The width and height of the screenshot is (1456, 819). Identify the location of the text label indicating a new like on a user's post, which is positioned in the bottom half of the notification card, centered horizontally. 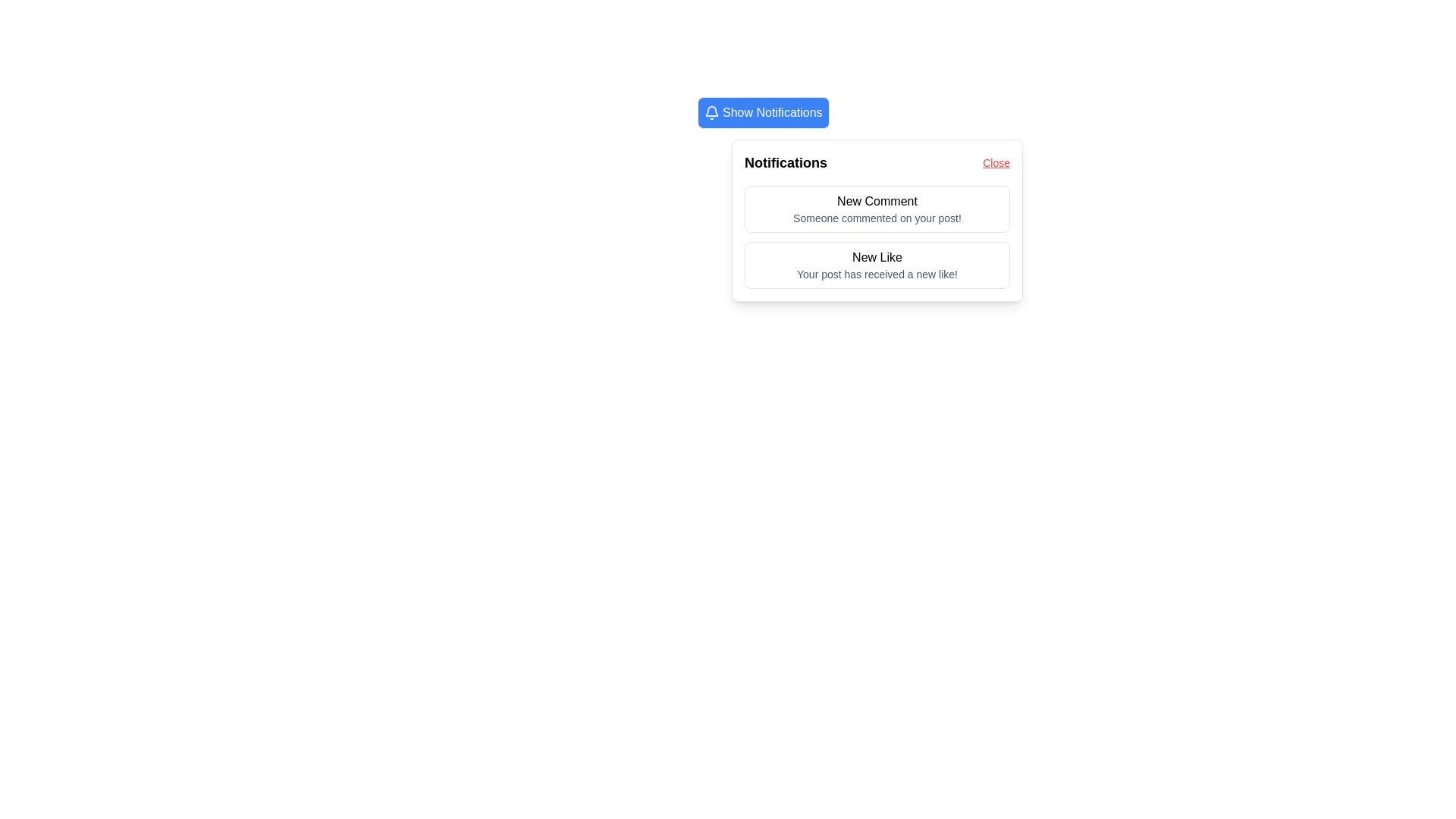
(877, 256).